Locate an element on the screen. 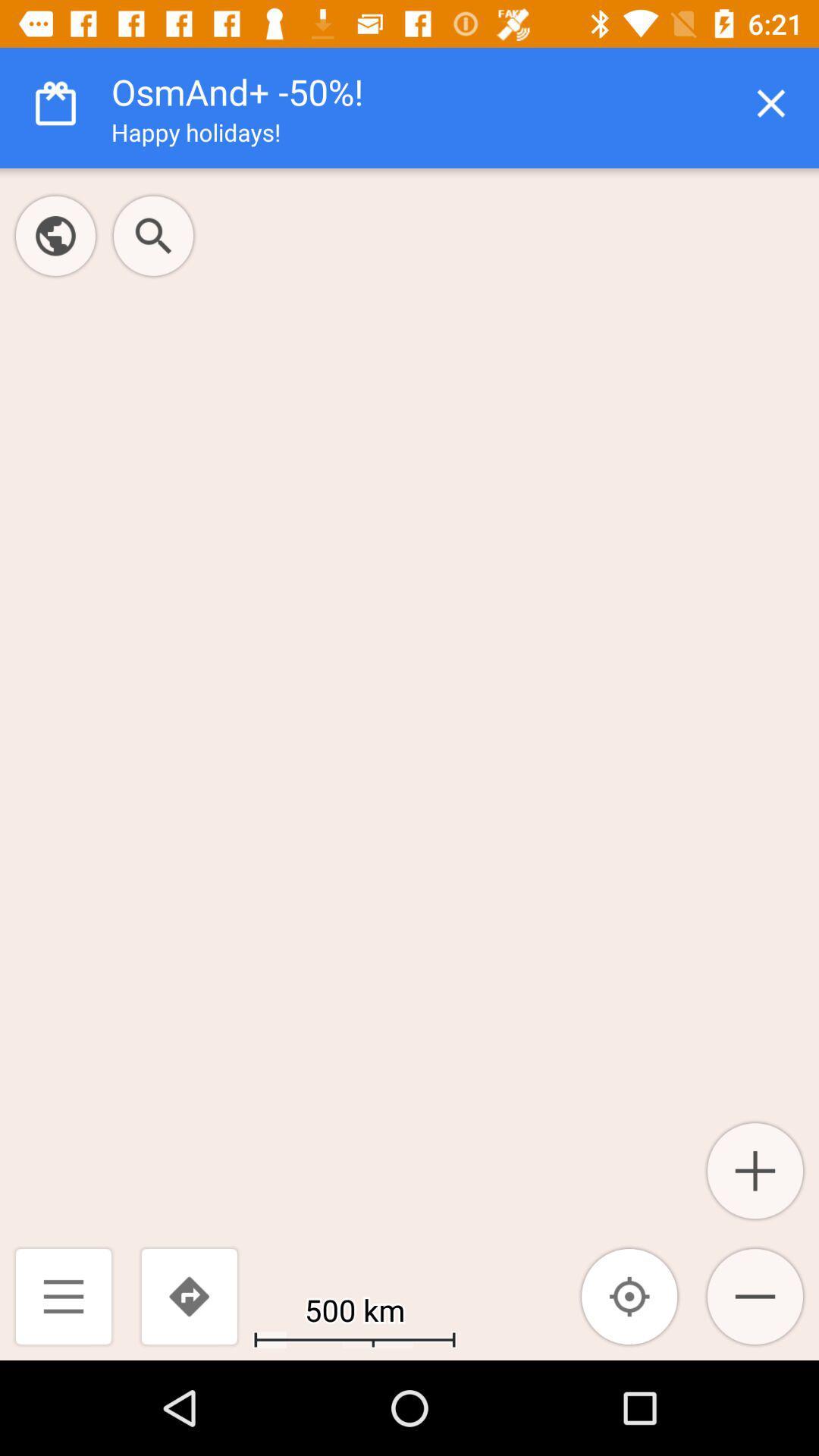 The height and width of the screenshot is (1456, 819). the search icon is located at coordinates (153, 235).